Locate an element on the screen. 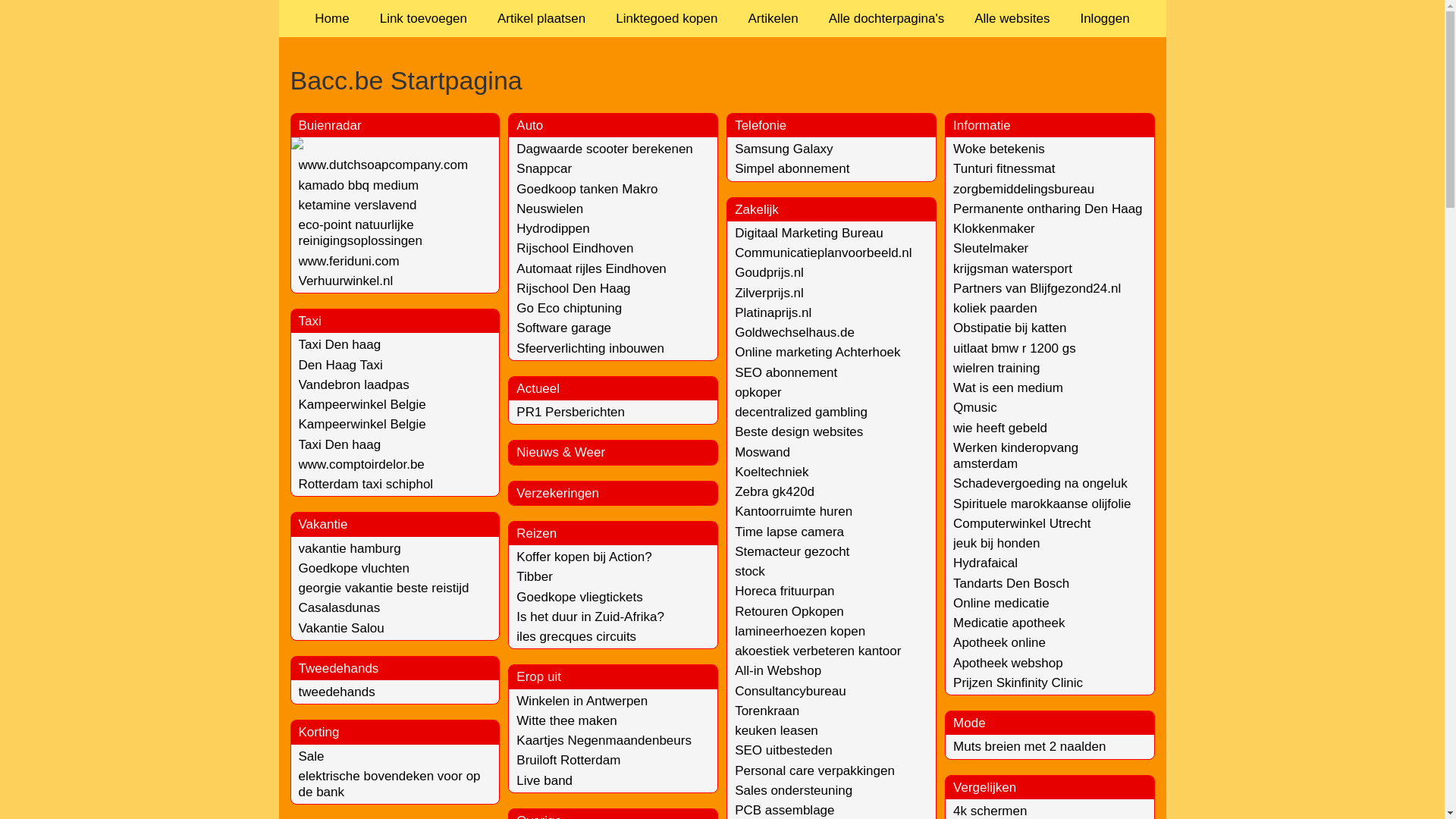 The height and width of the screenshot is (819, 1456). 'Platinaprijs.nl' is located at coordinates (773, 312).